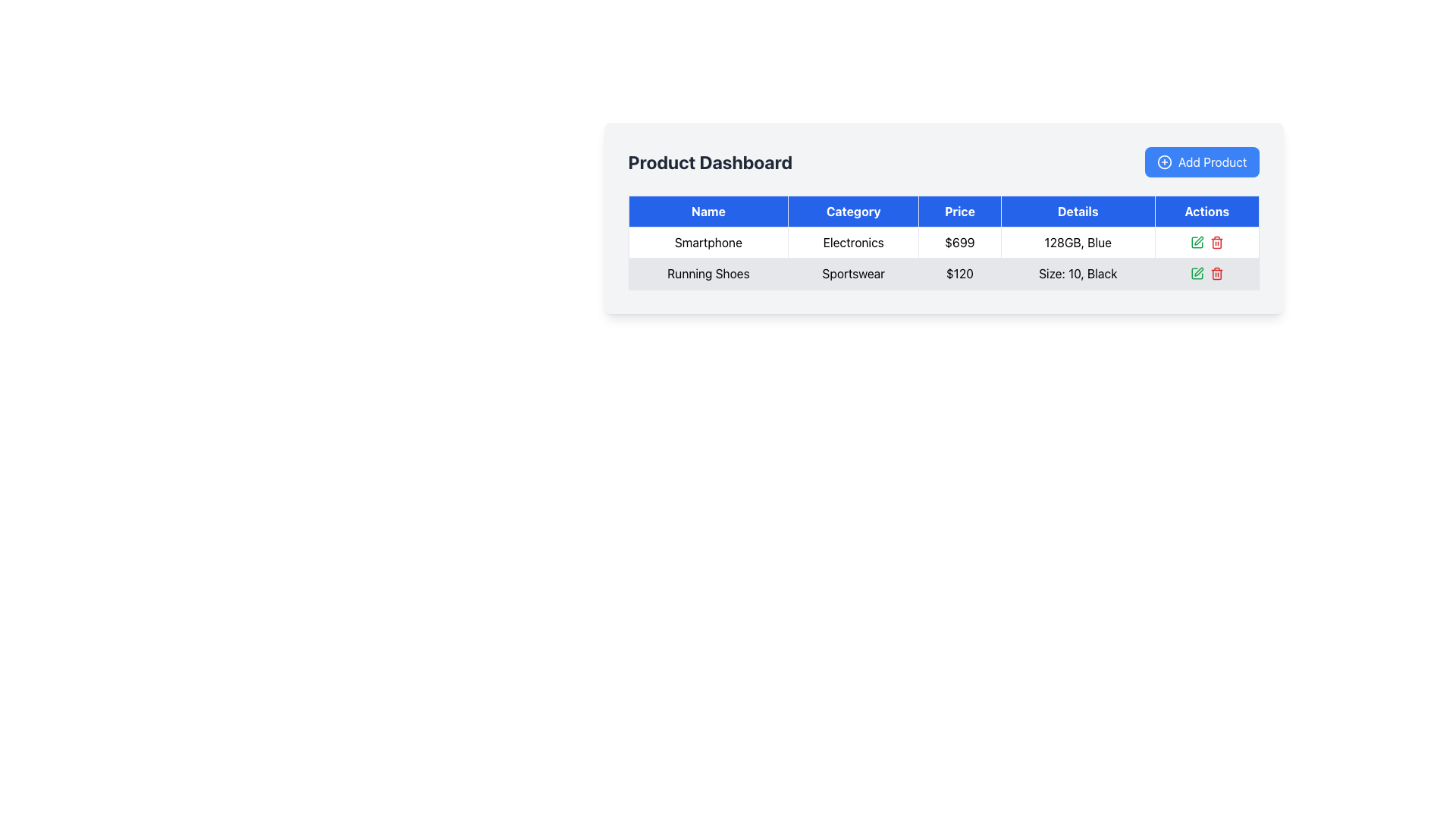  I want to click on the Text Label displaying 'Running Shoes' in the first column of the second row in the table layout, so click(708, 274).